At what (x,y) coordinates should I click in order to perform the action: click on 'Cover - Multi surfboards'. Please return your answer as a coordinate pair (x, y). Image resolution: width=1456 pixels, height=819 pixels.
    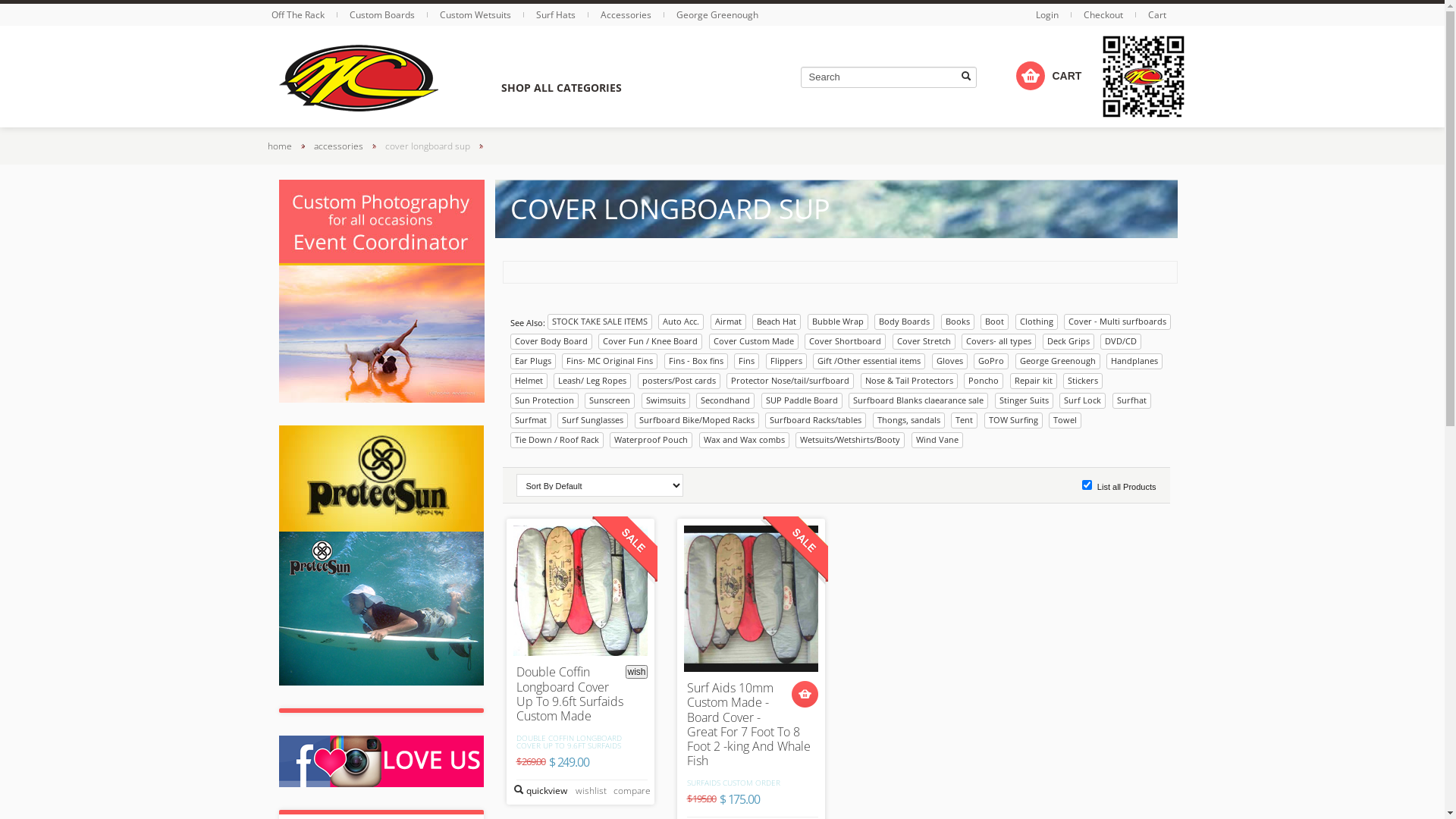
    Looking at the image, I should click on (1117, 321).